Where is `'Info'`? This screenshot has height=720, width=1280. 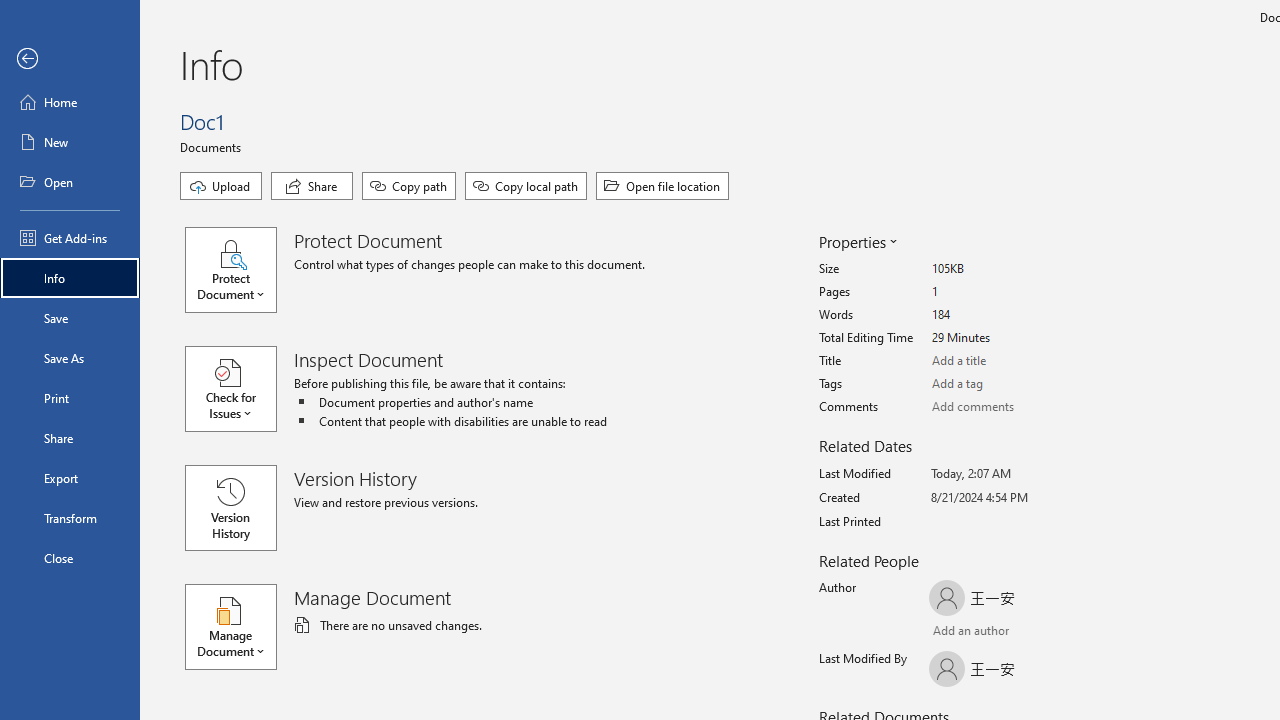
'Info' is located at coordinates (69, 277).